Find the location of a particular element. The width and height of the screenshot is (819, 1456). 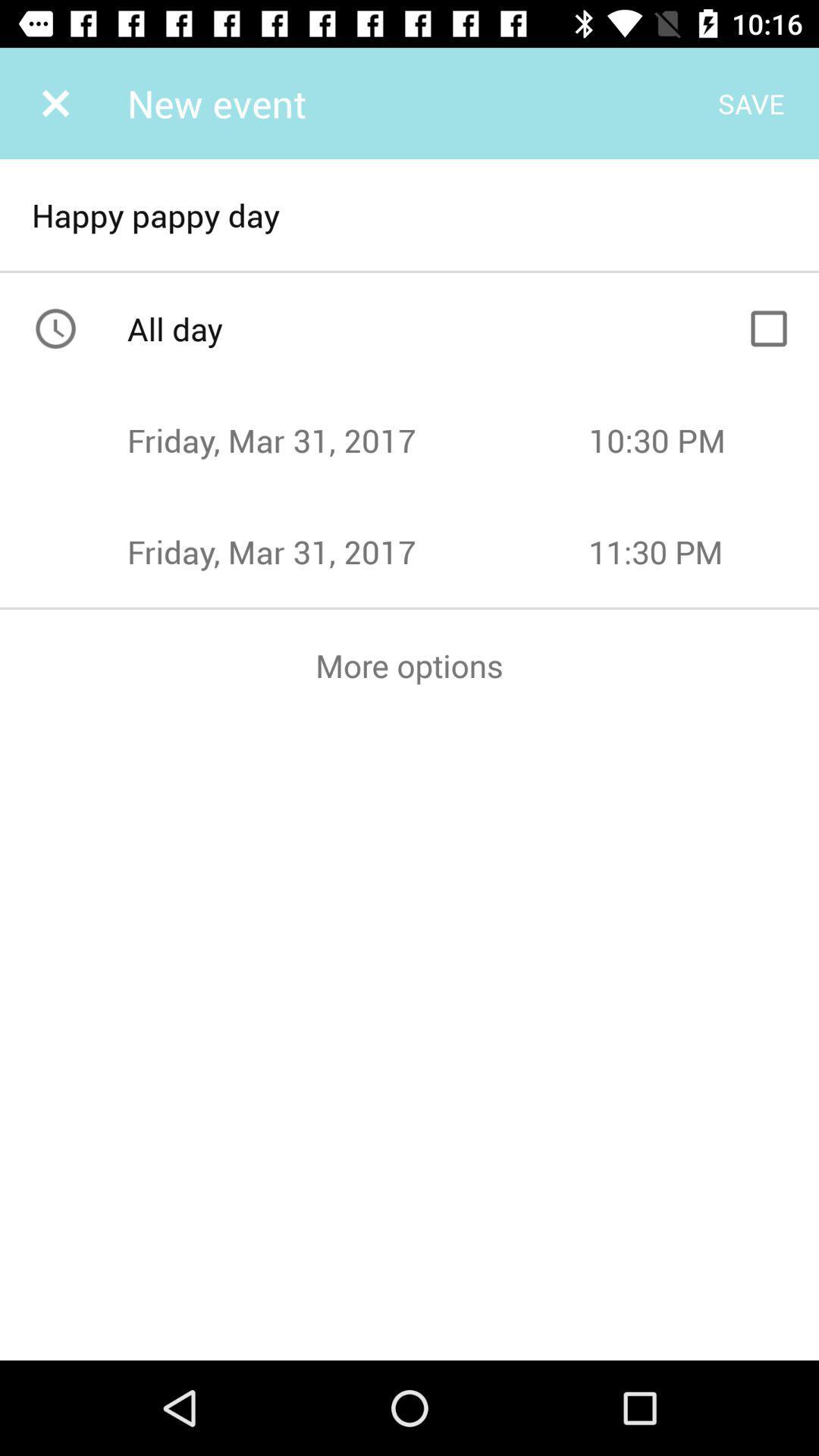

close icon is located at coordinates (55, 102).